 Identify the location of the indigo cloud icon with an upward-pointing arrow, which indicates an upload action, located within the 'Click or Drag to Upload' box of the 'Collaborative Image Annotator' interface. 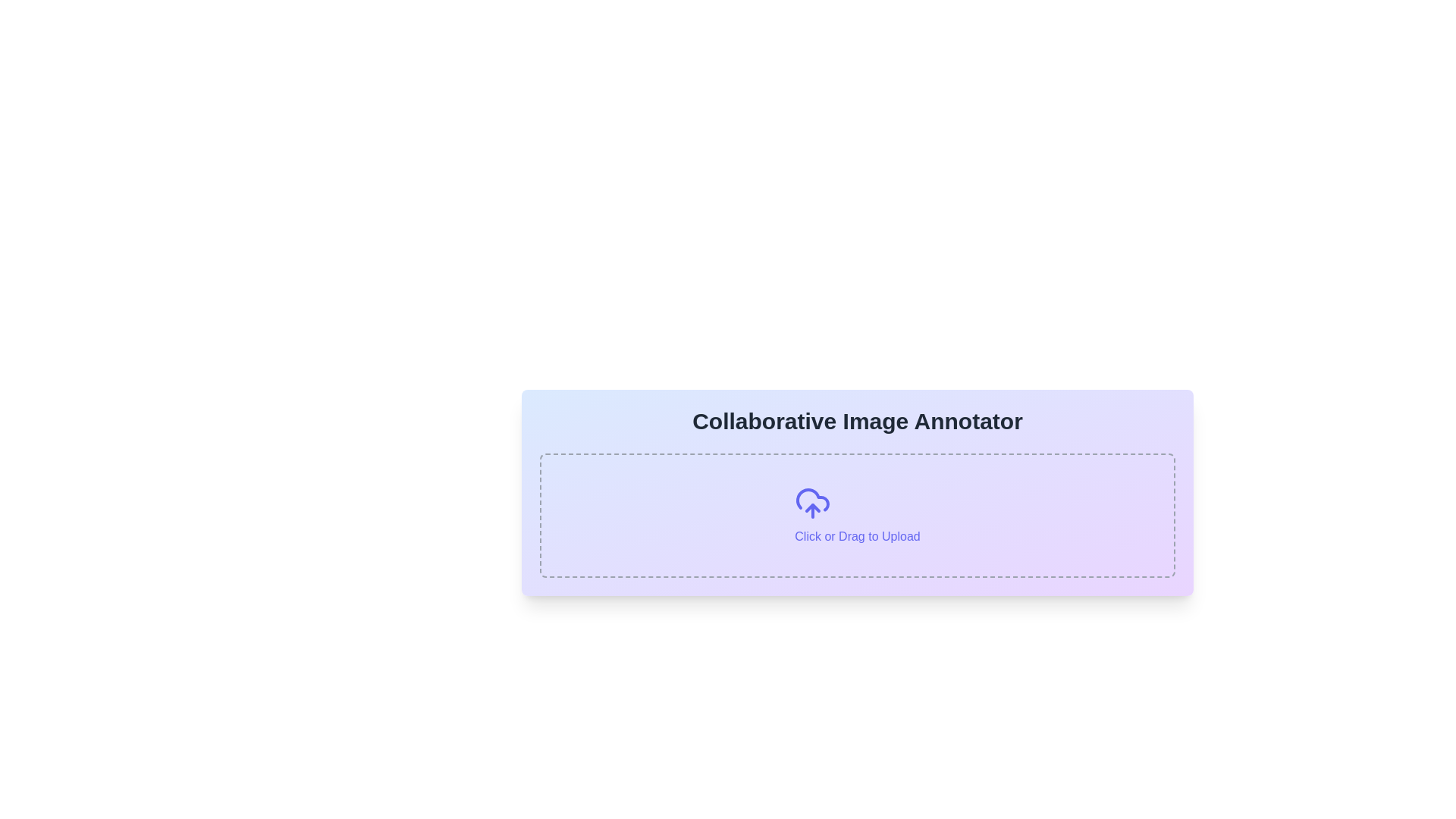
(812, 503).